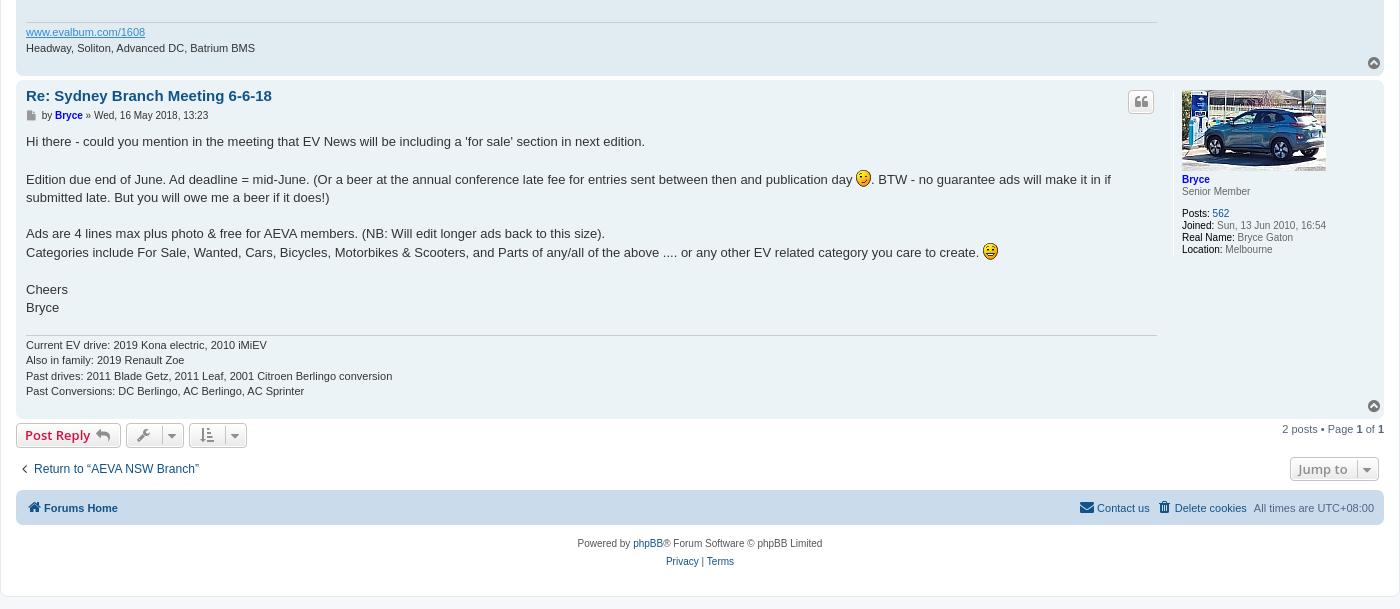 The image size is (1400, 609). I want to click on 'Categories include For Sale, Wanted, Cars, Bicycles, Motorbikes & Scooters, and Parts of any/all of the above .... or any other EV related category you care to create.', so click(504, 251).